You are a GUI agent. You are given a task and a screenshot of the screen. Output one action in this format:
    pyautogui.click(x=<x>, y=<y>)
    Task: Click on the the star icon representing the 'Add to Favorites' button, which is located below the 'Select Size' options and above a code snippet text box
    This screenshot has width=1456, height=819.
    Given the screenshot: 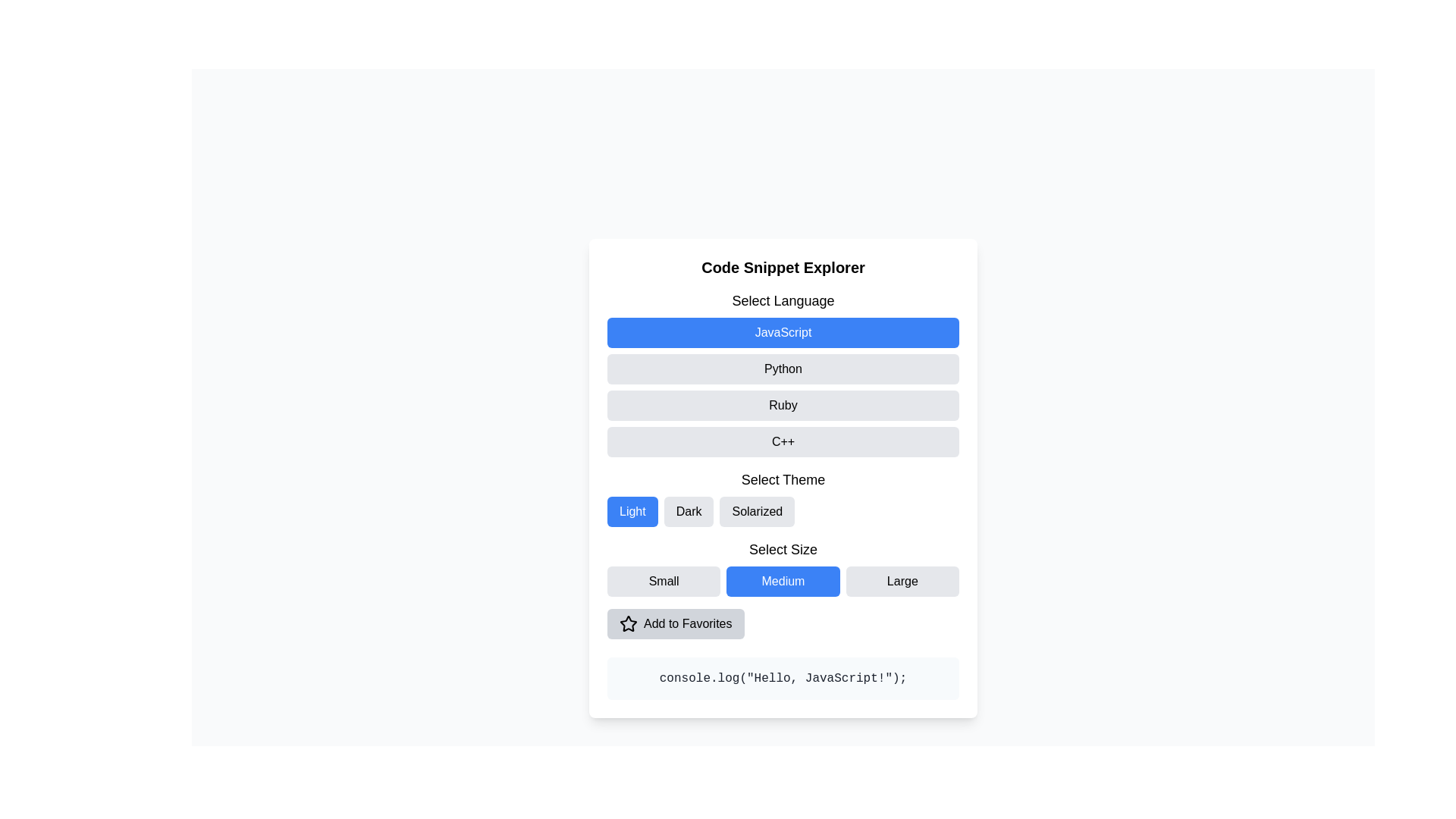 What is the action you would take?
    pyautogui.click(x=629, y=623)
    